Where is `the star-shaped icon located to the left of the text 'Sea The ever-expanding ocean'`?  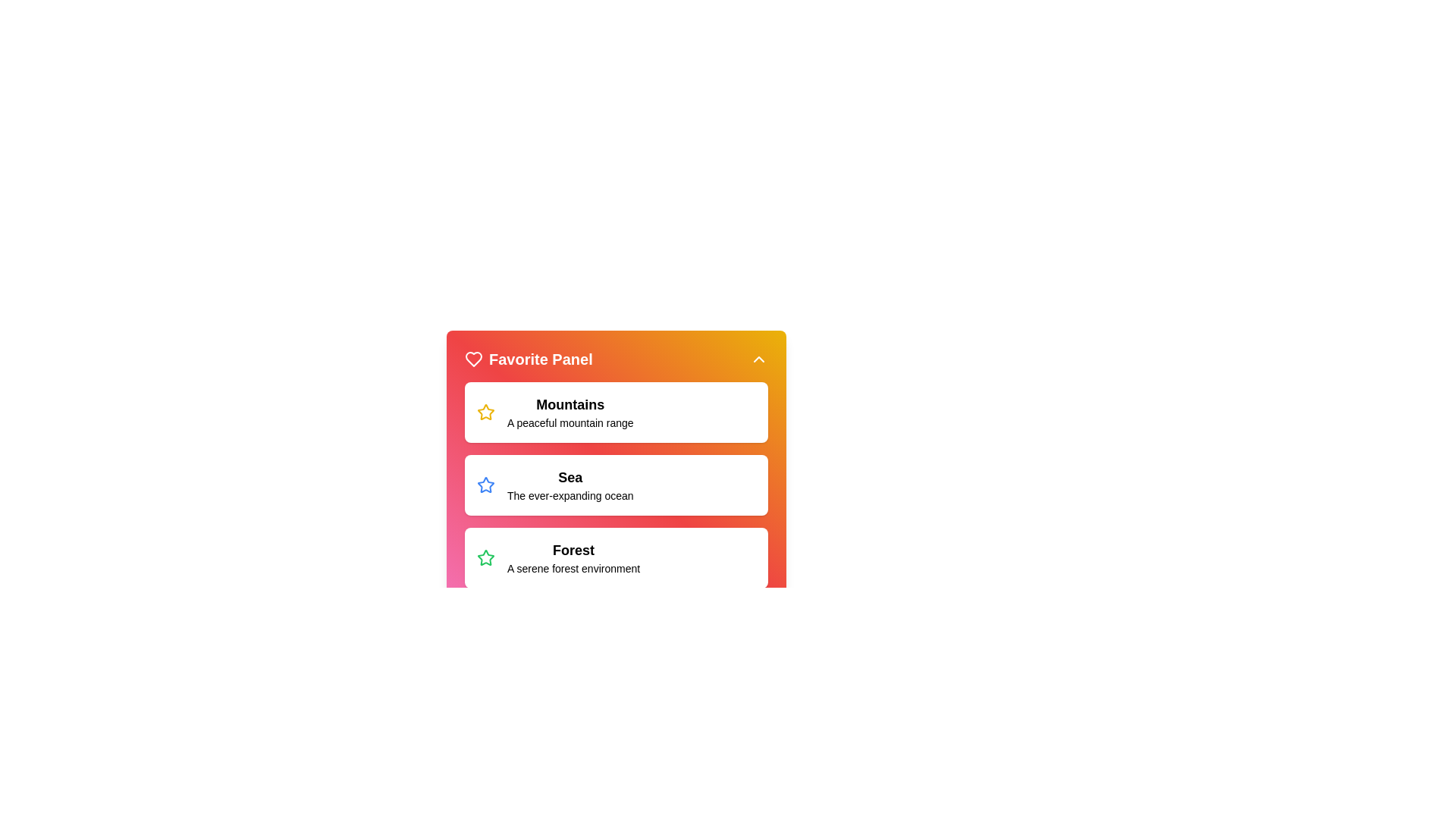
the star-shaped icon located to the left of the text 'Sea The ever-expanding ocean' is located at coordinates (486, 485).